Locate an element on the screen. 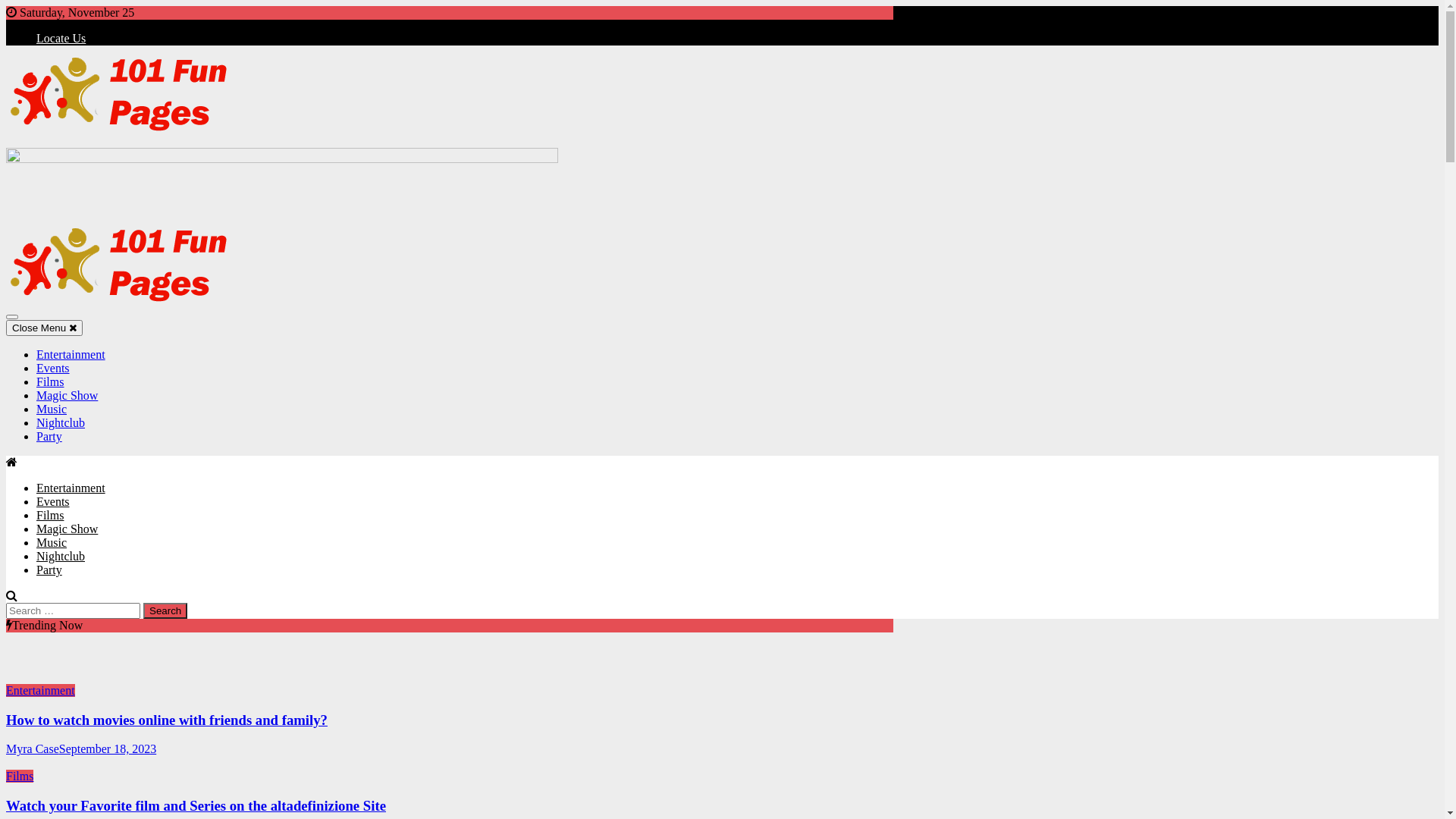 The height and width of the screenshot is (819, 1456). 'Party' is located at coordinates (49, 436).